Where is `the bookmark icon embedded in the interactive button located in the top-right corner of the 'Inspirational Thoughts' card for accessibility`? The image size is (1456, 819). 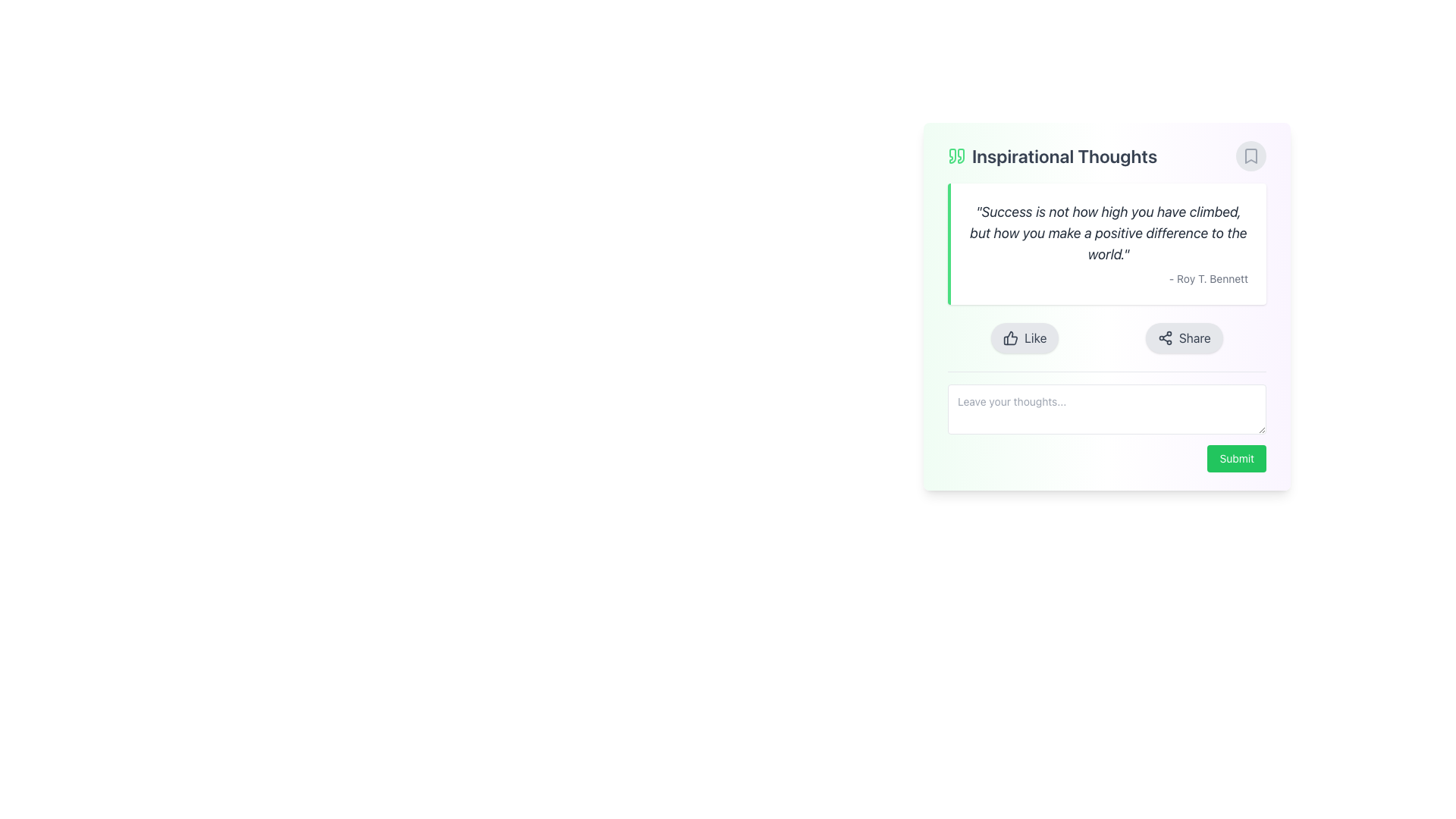 the bookmark icon embedded in the interactive button located in the top-right corner of the 'Inspirational Thoughts' card for accessibility is located at coordinates (1251, 155).